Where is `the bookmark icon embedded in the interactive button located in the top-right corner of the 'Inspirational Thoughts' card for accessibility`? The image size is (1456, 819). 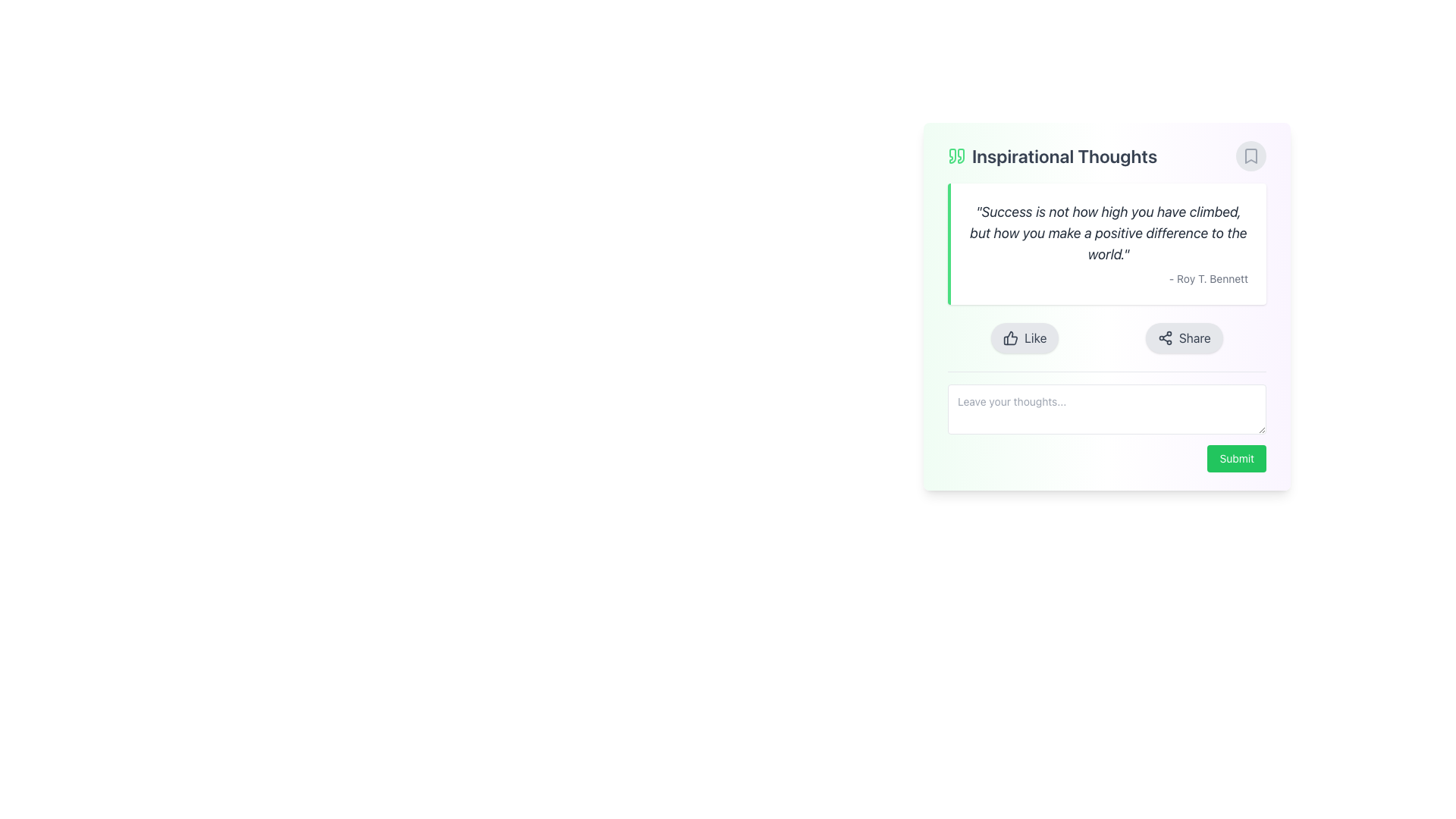 the bookmark icon embedded in the interactive button located in the top-right corner of the 'Inspirational Thoughts' card for accessibility is located at coordinates (1251, 155).